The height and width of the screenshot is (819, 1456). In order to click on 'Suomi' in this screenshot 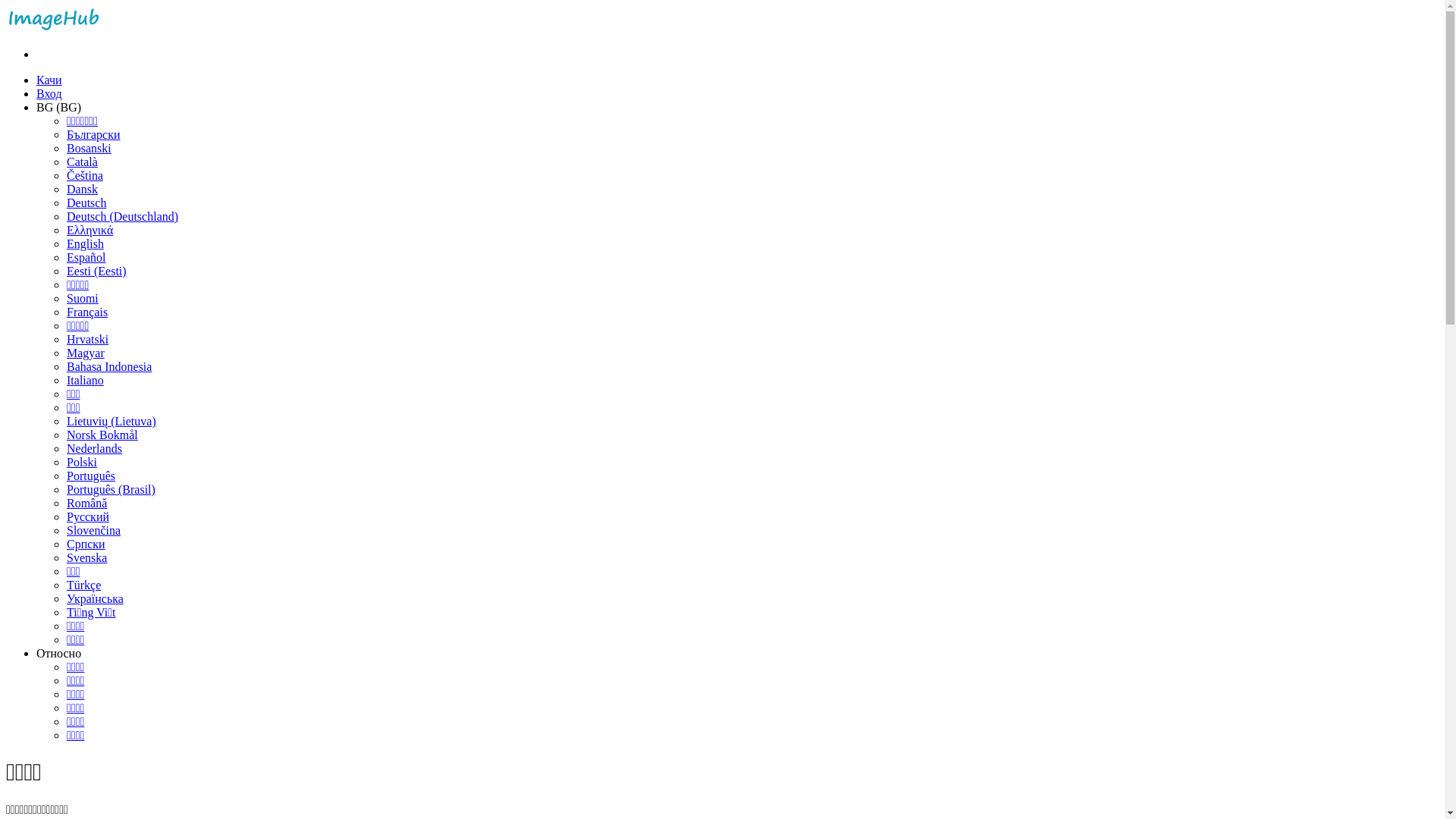, I will do `click(65, 298)`.